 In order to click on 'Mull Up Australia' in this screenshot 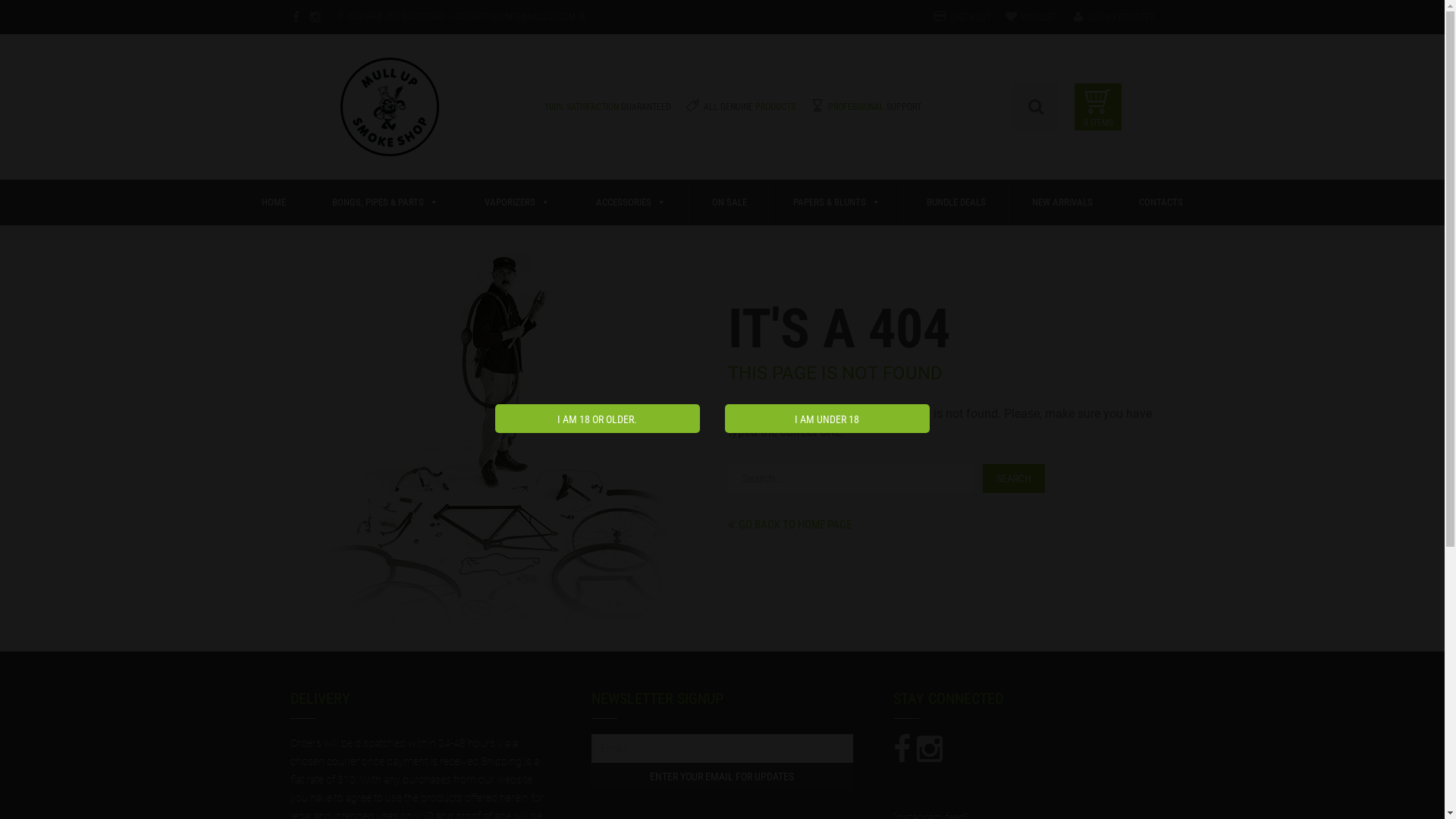, I will do `click(389, 116)`.